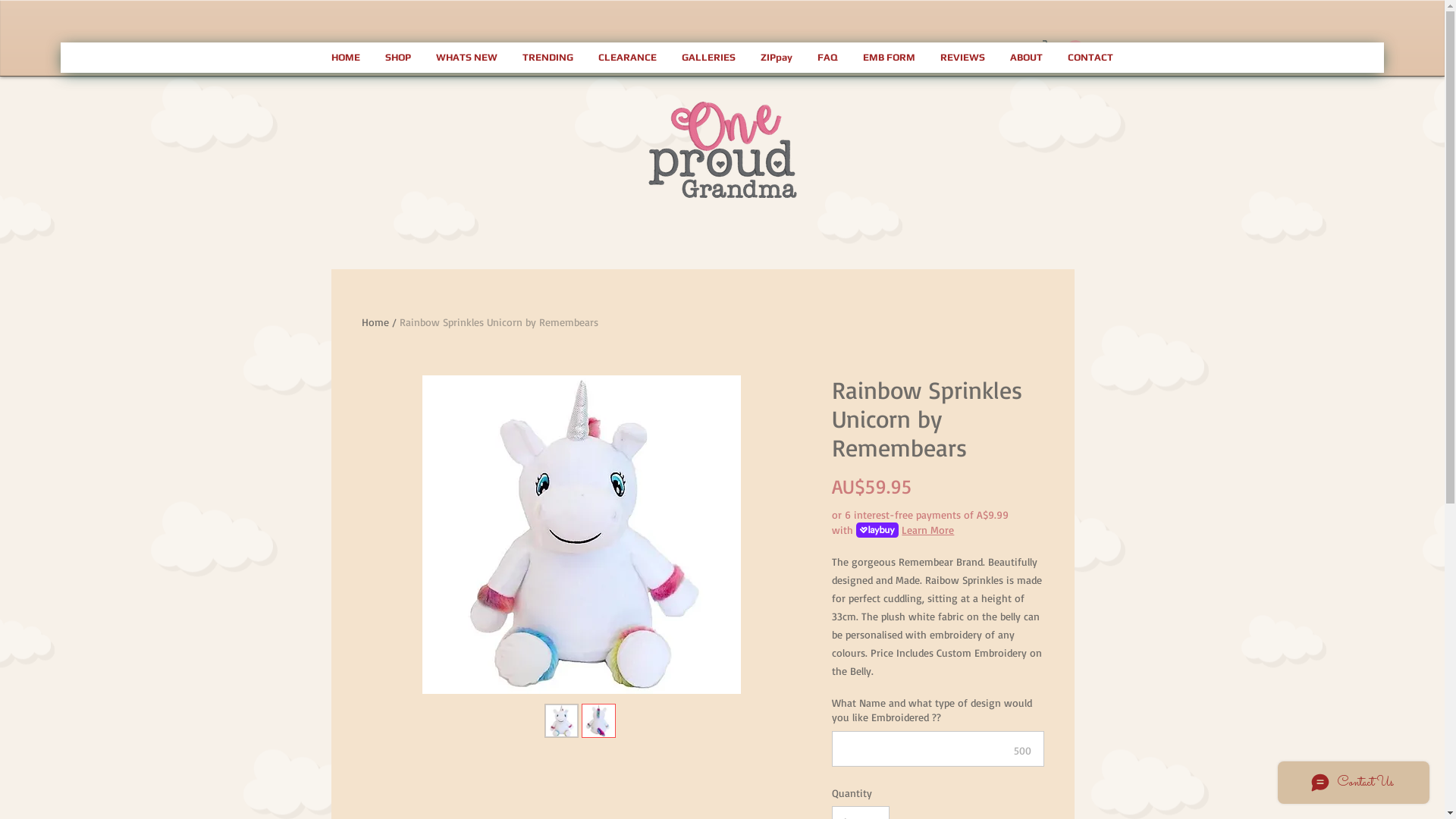  Describe the element at coordinates (889, 57) in the screenshot. I see `'EMB FORM'` at that location.